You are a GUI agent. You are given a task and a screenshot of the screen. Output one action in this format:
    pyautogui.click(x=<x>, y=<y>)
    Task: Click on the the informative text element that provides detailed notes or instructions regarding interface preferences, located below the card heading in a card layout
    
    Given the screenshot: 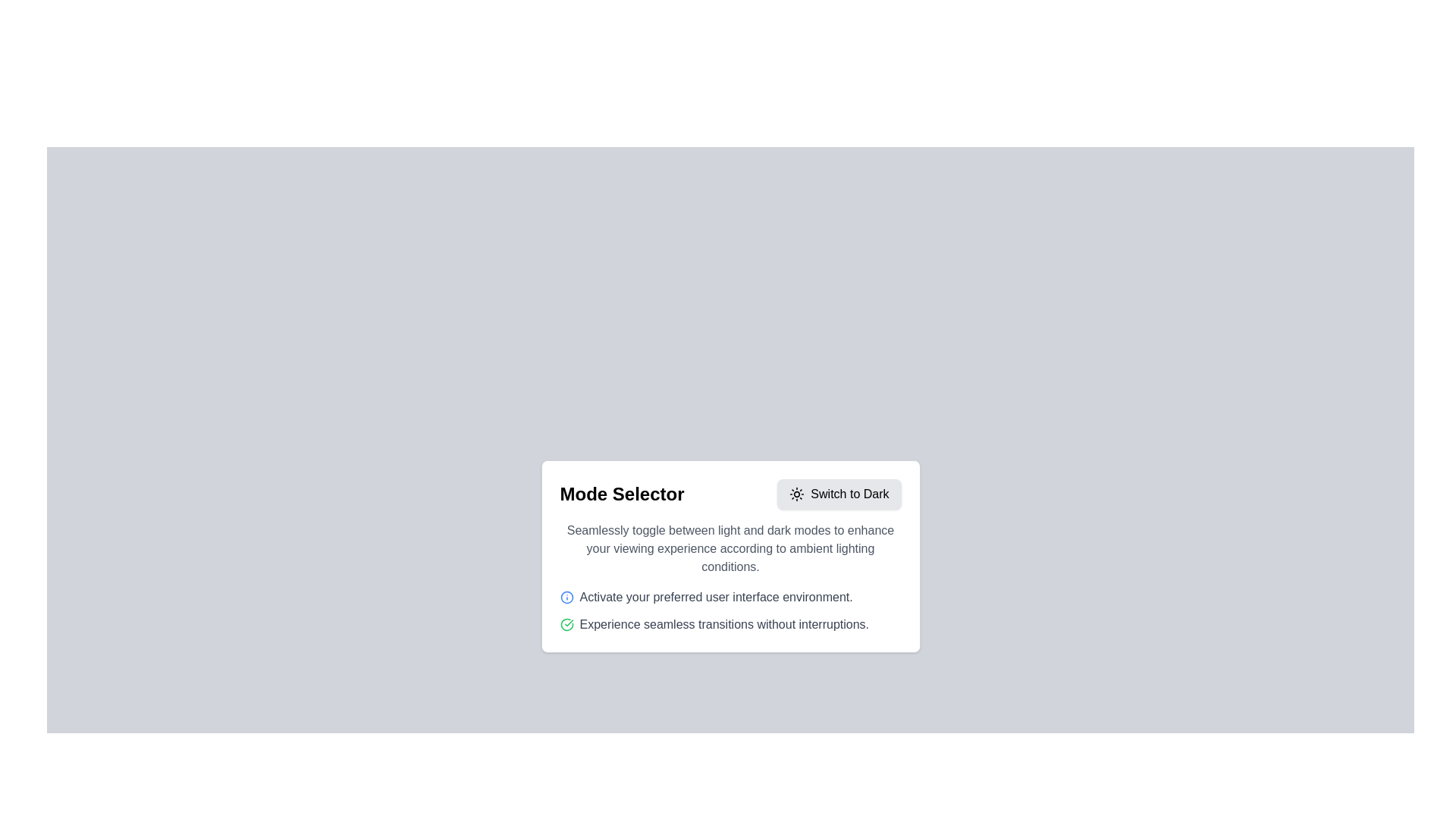 What is the action you would take?
    pyautogui.click(x=715, y=596)
    